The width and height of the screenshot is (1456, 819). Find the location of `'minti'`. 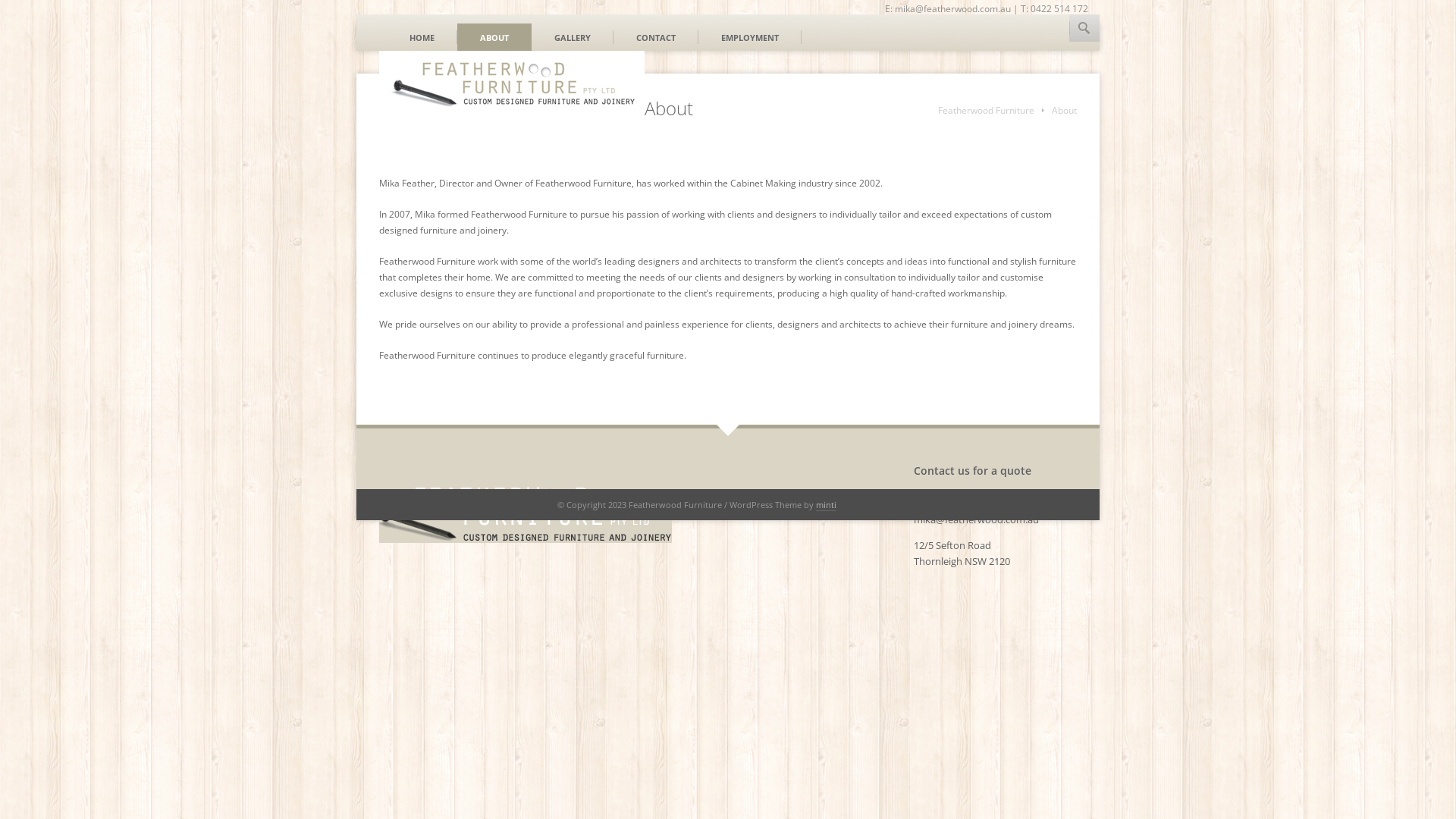

'minti' is located at coordinates (825, 505).